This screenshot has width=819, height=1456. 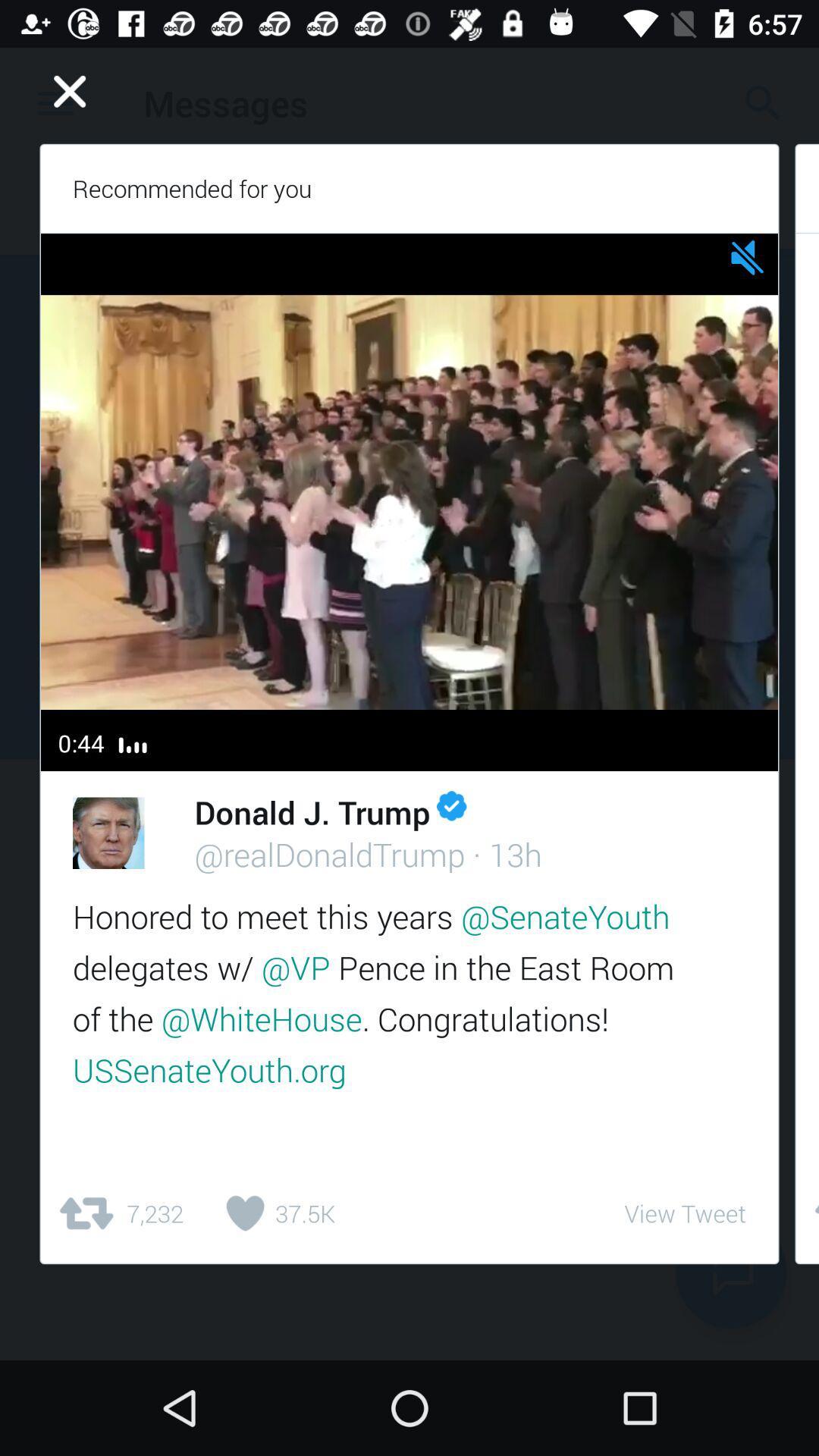 What do you see at coordinates (685, 1213) in the screenshot?
I see `the icon to the left of the 2,986 item` at bounding box center [685, 1213].